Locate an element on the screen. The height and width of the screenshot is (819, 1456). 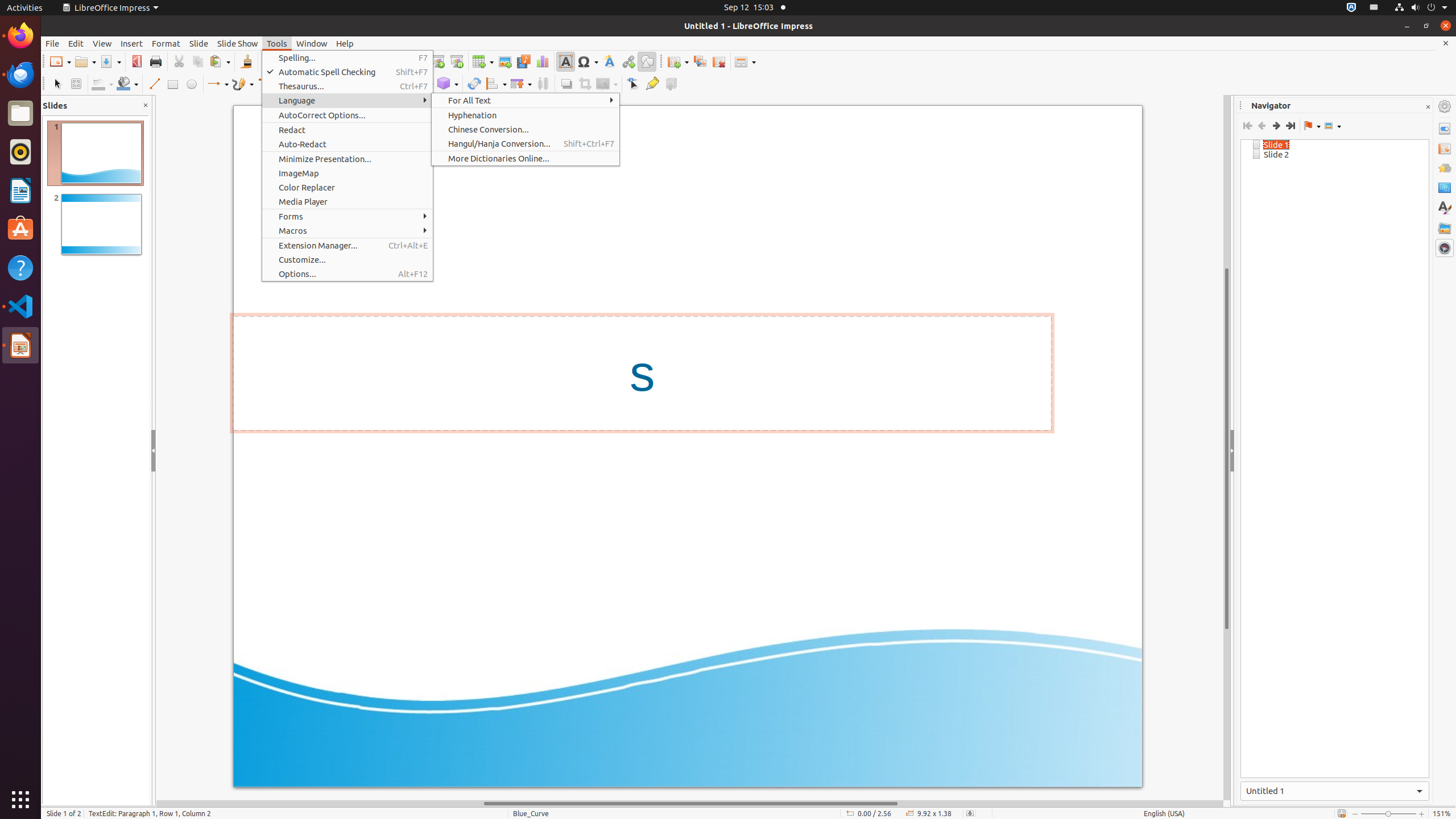
'Ubuntu Software' is located at coordinates (20, 229).